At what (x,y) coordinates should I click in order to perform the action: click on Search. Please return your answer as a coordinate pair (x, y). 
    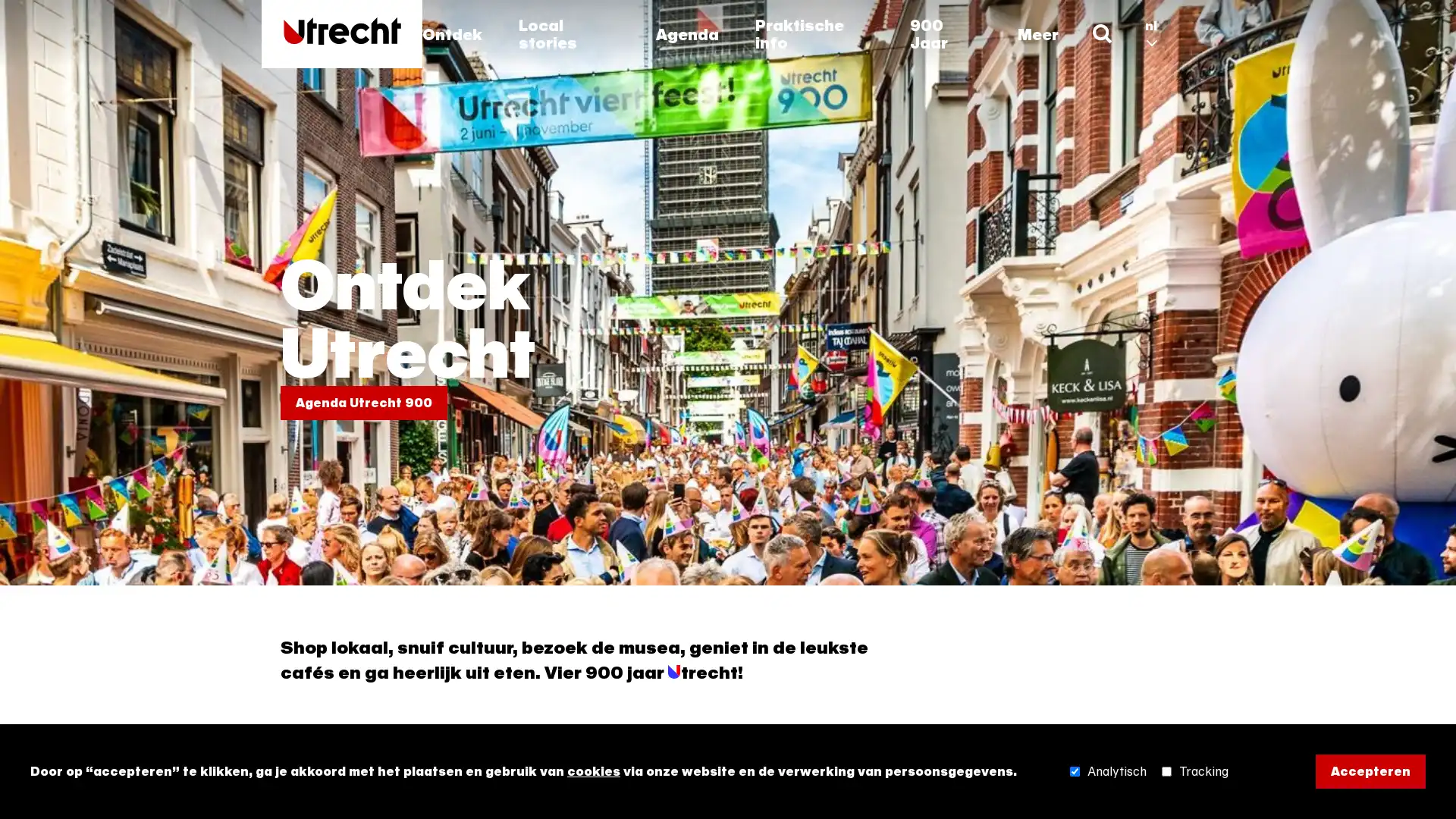
    Looking at the image, I should click on (1101, 34).